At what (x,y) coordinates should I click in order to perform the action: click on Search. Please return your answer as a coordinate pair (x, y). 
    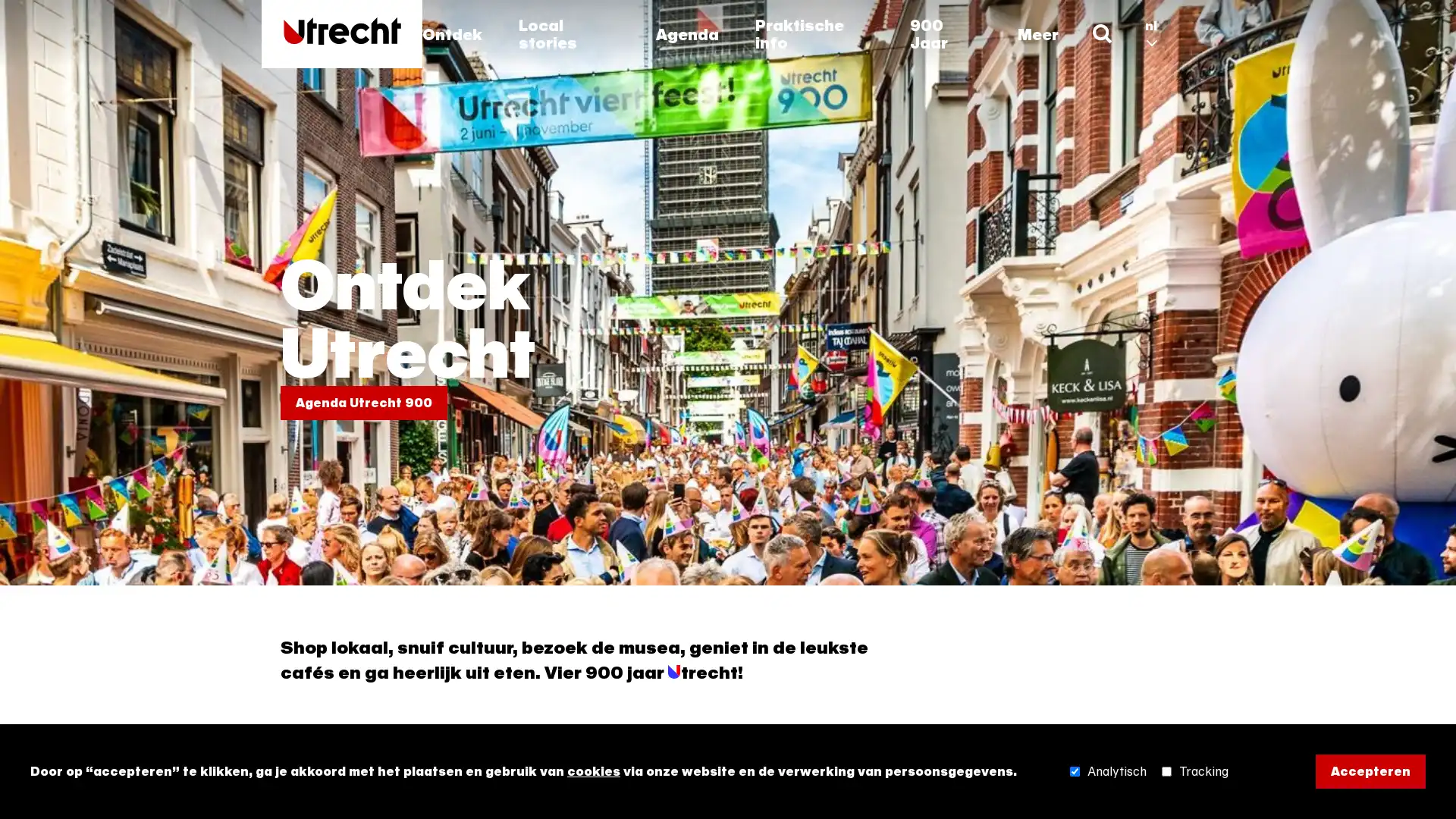
    Looking at the image, I should click on (1101, 34).